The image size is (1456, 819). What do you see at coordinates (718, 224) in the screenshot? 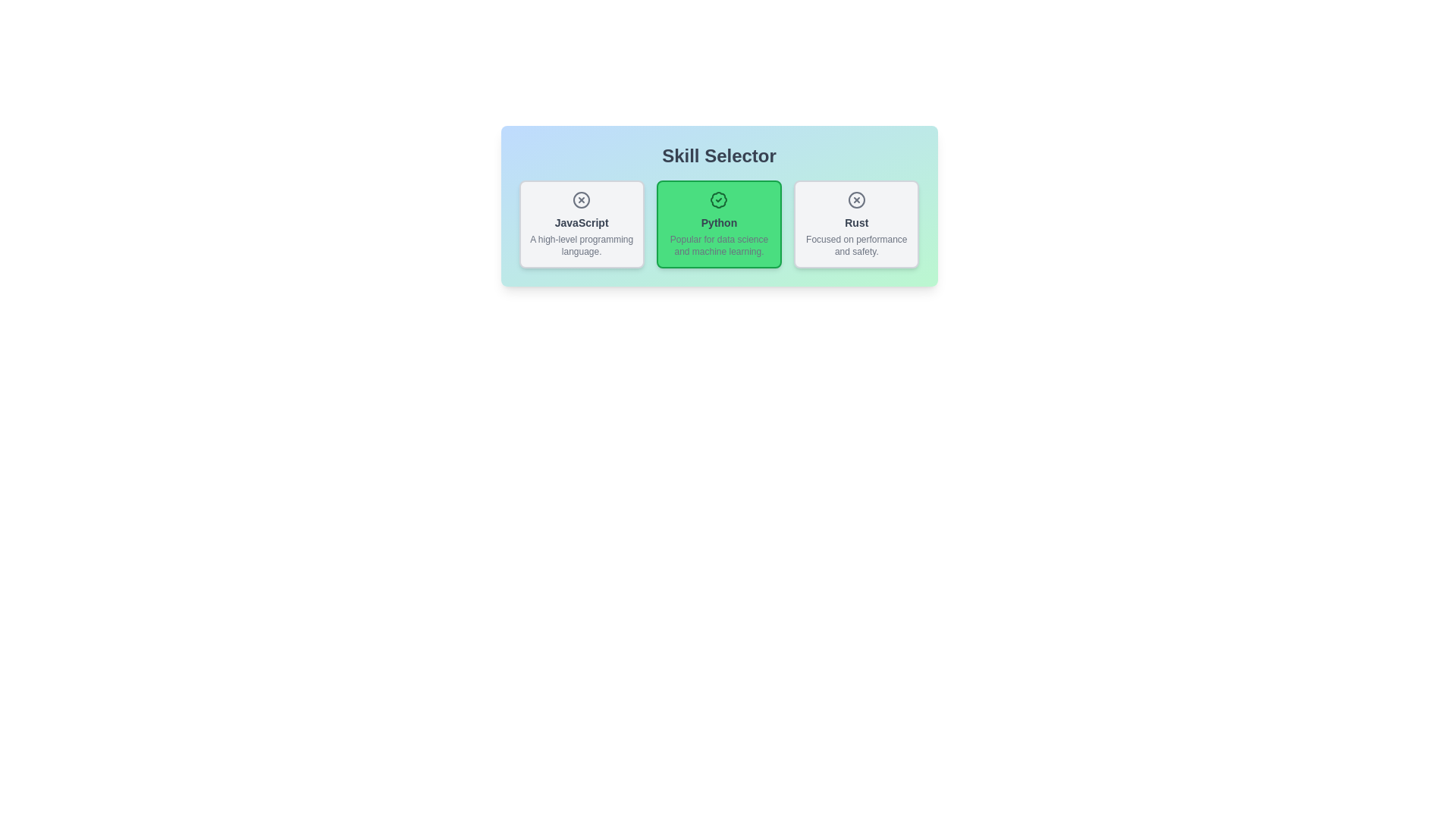
I see `the tag labeled Python to observe its visual feedback` at bounding box center [718, 224].